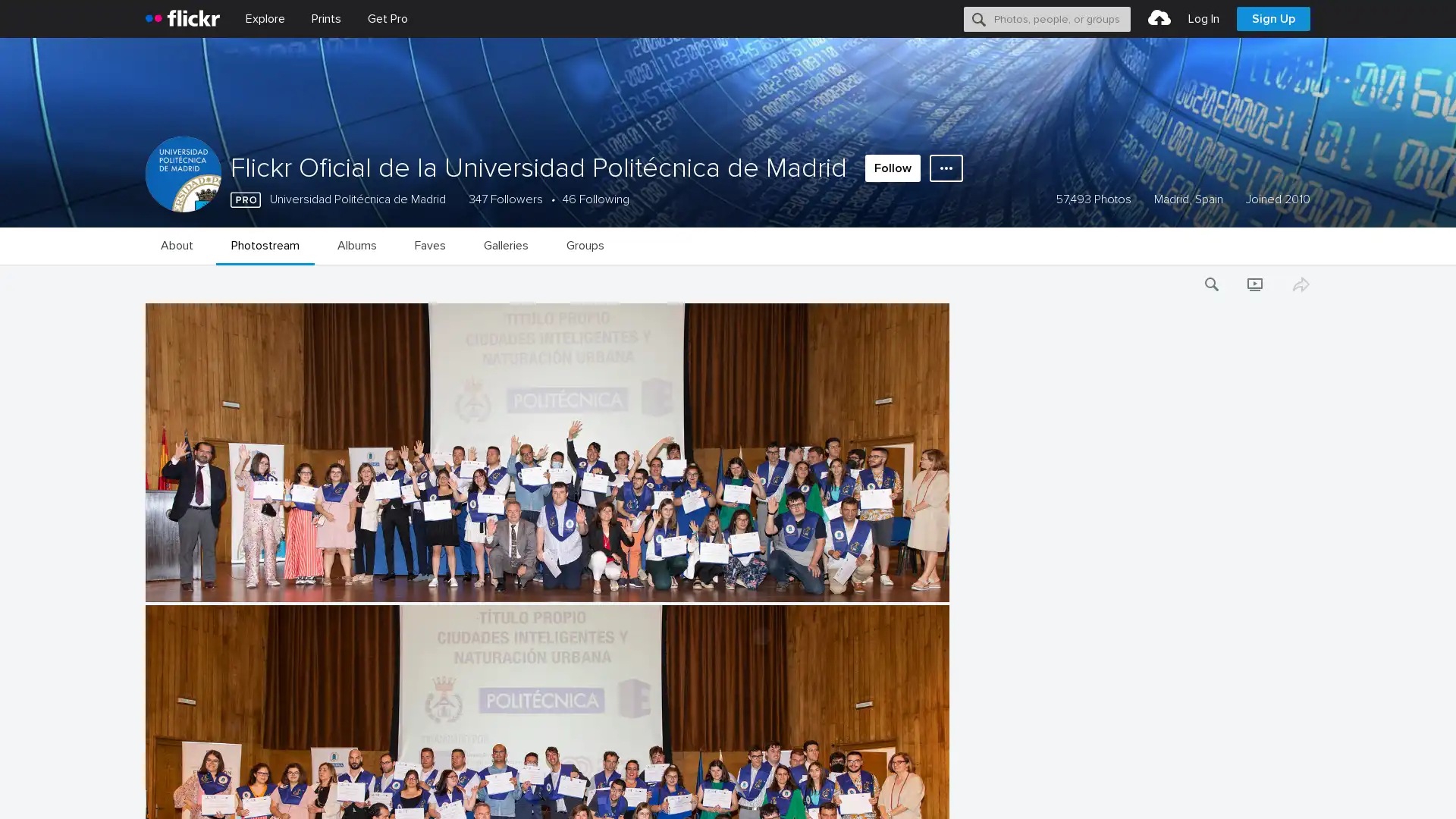 This screenshot has width=1456, height=819. I want to click on Add to Favorites, so click(146, 535).